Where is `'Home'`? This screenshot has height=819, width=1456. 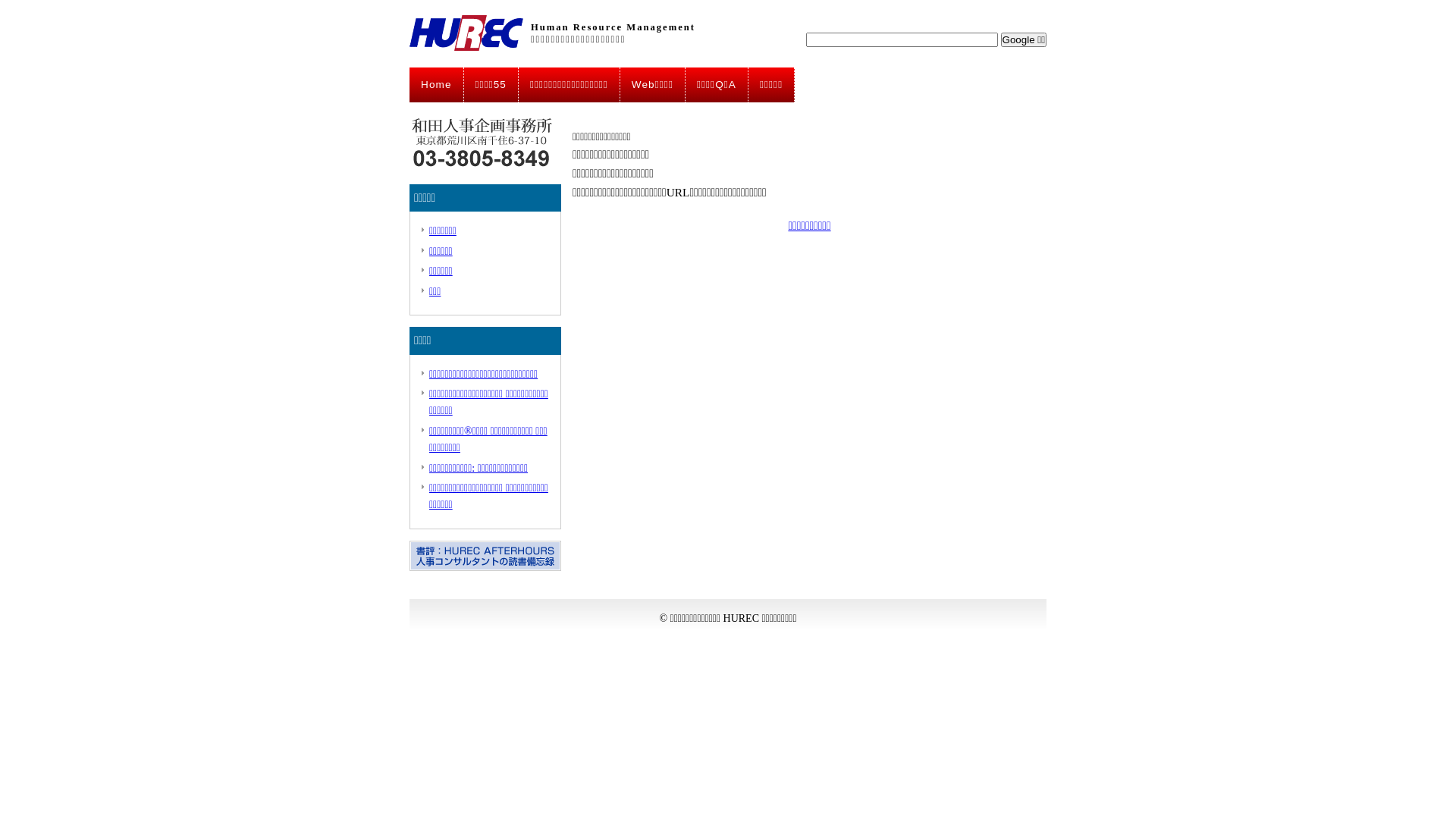
'Home' is located at coordinates (409, 84).